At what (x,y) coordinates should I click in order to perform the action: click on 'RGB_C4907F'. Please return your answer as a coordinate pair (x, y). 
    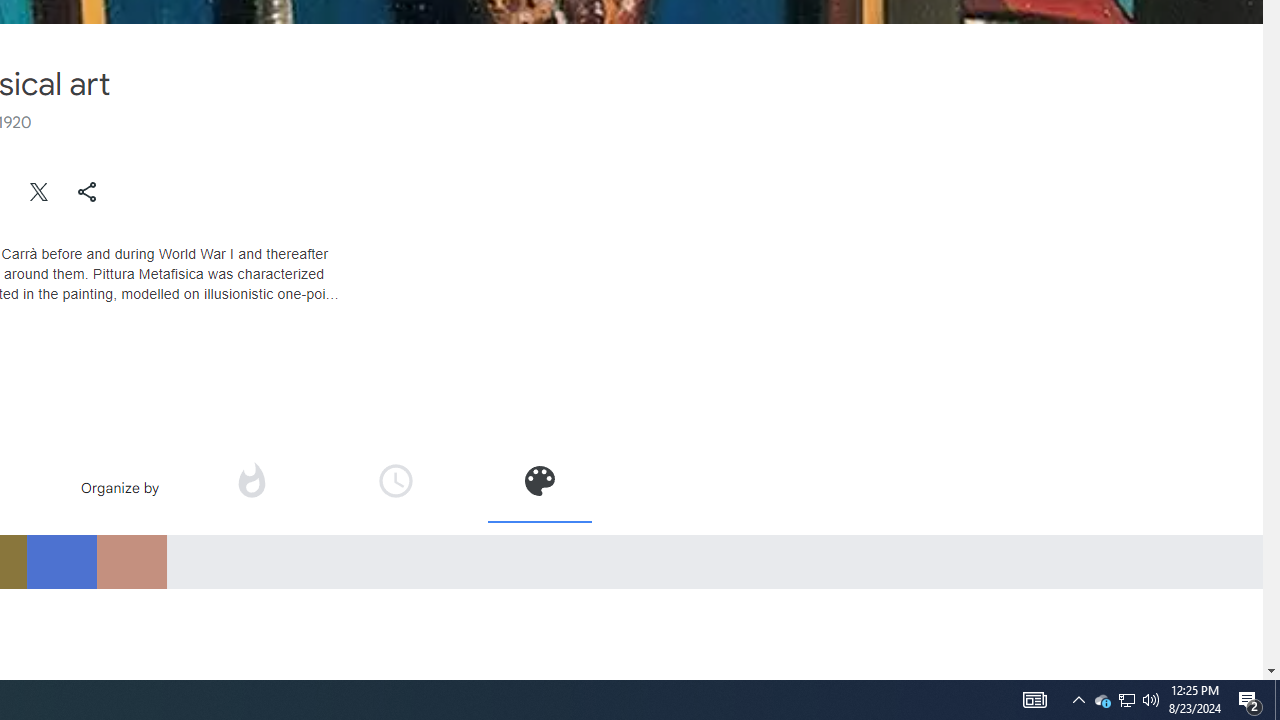
    Looking at the image, I should click on (130, 561).